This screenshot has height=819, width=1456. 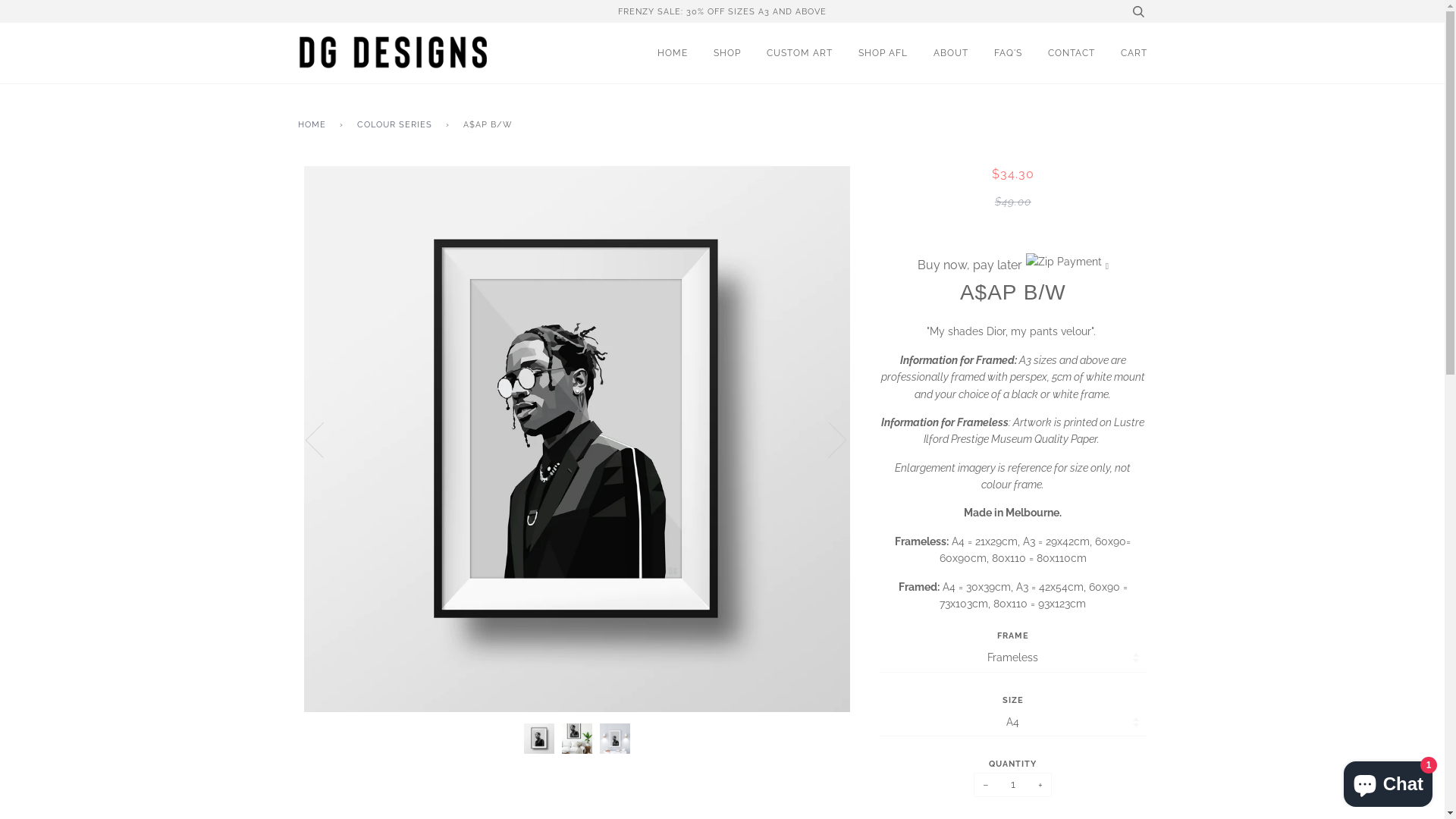 What do you see at coordinates (1029, 784) in the screenshot?
I see `'+'` at bounding box center [1029, 784].